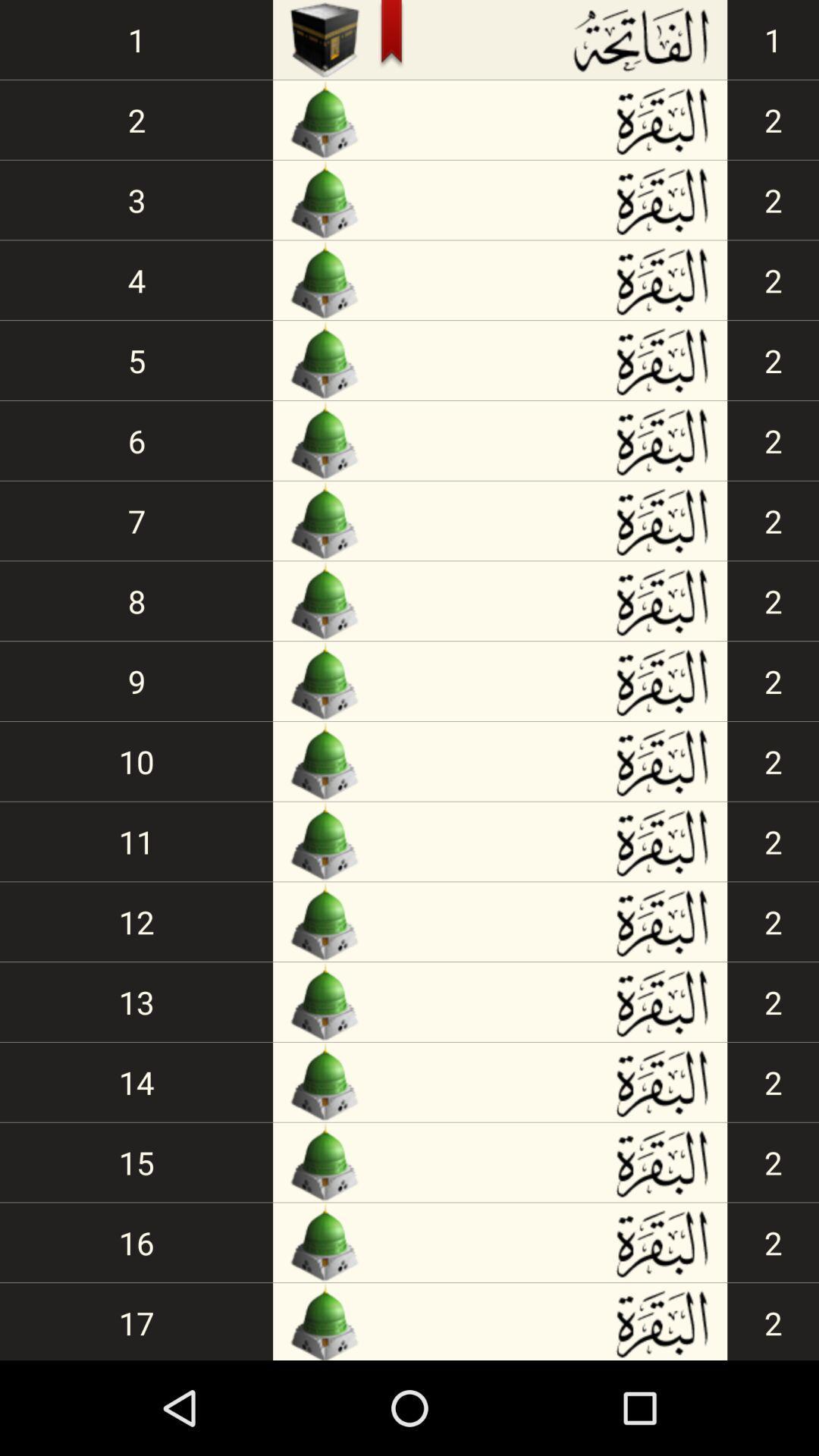  What do you see at coordinates (136, 761) in the screenshot?
I see `the app below 9 icon` at bounding box center [136, 761].